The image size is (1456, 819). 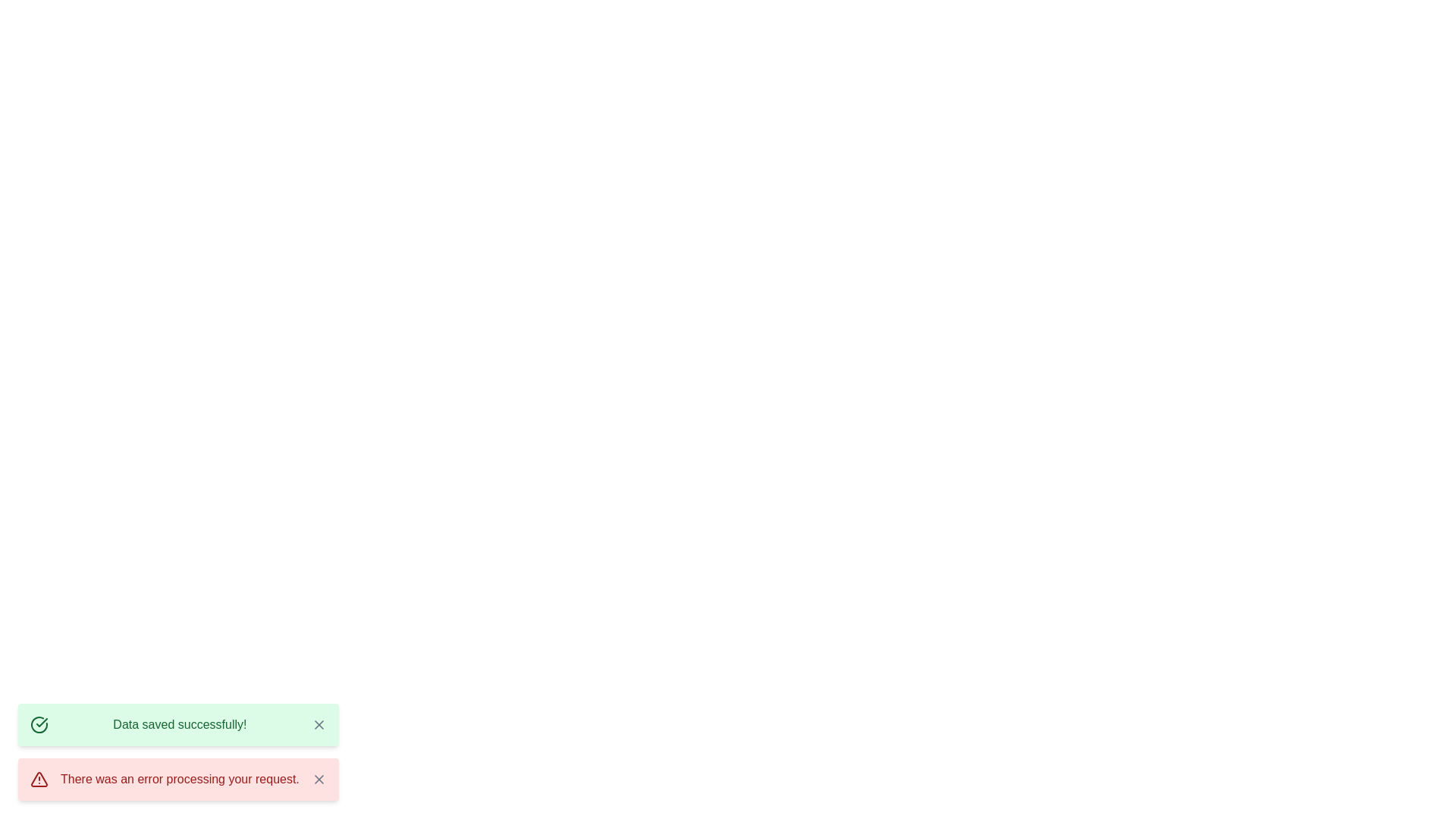 I want to click on the close button of the notification with message 'Data saved successfully!', so click(x=318, y=724).